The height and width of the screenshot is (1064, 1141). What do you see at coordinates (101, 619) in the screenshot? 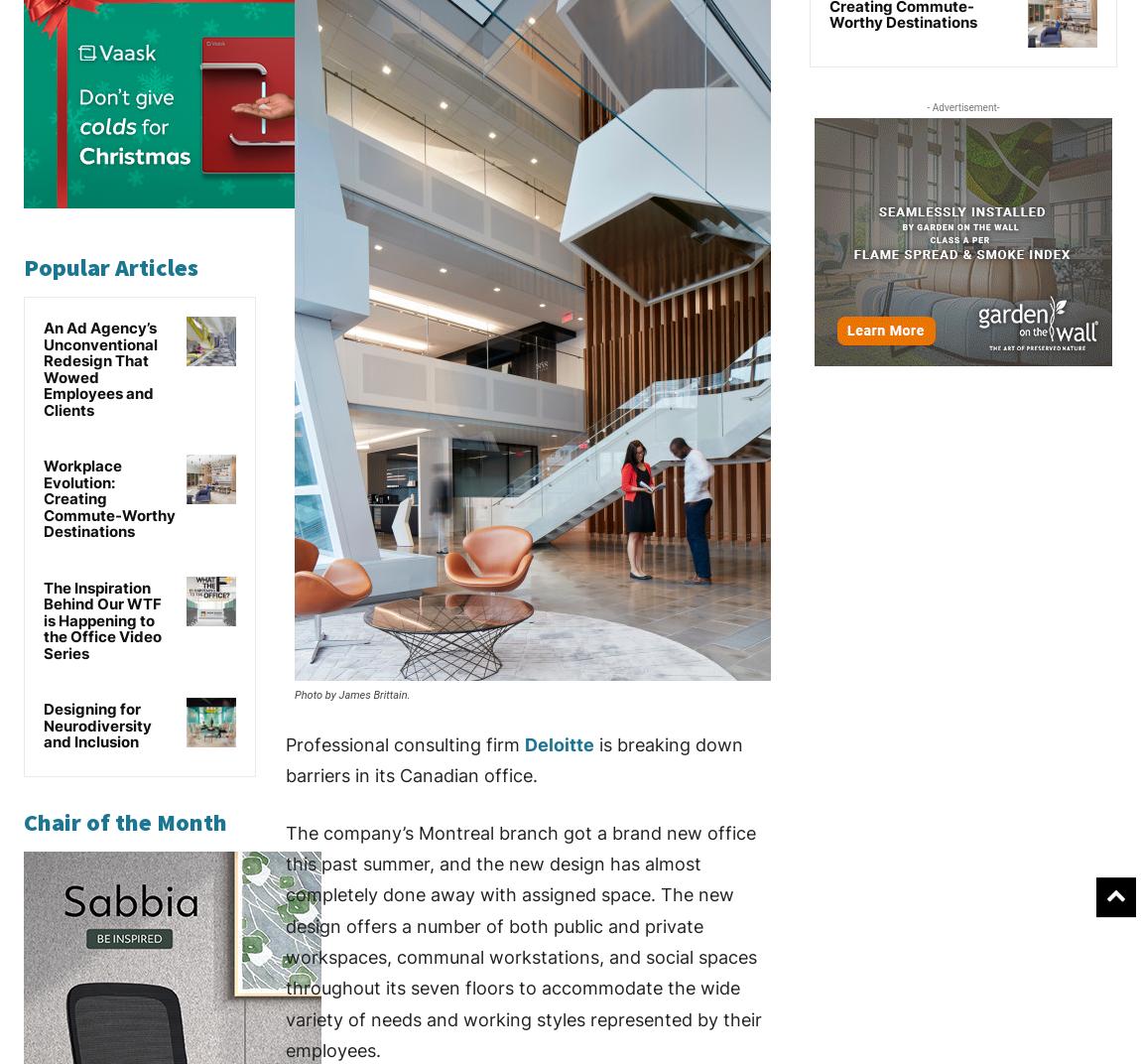
I see `'The Inspiration Behind Our WTF is Happening to the Office Video Series'` at bounding box center [101, 619].